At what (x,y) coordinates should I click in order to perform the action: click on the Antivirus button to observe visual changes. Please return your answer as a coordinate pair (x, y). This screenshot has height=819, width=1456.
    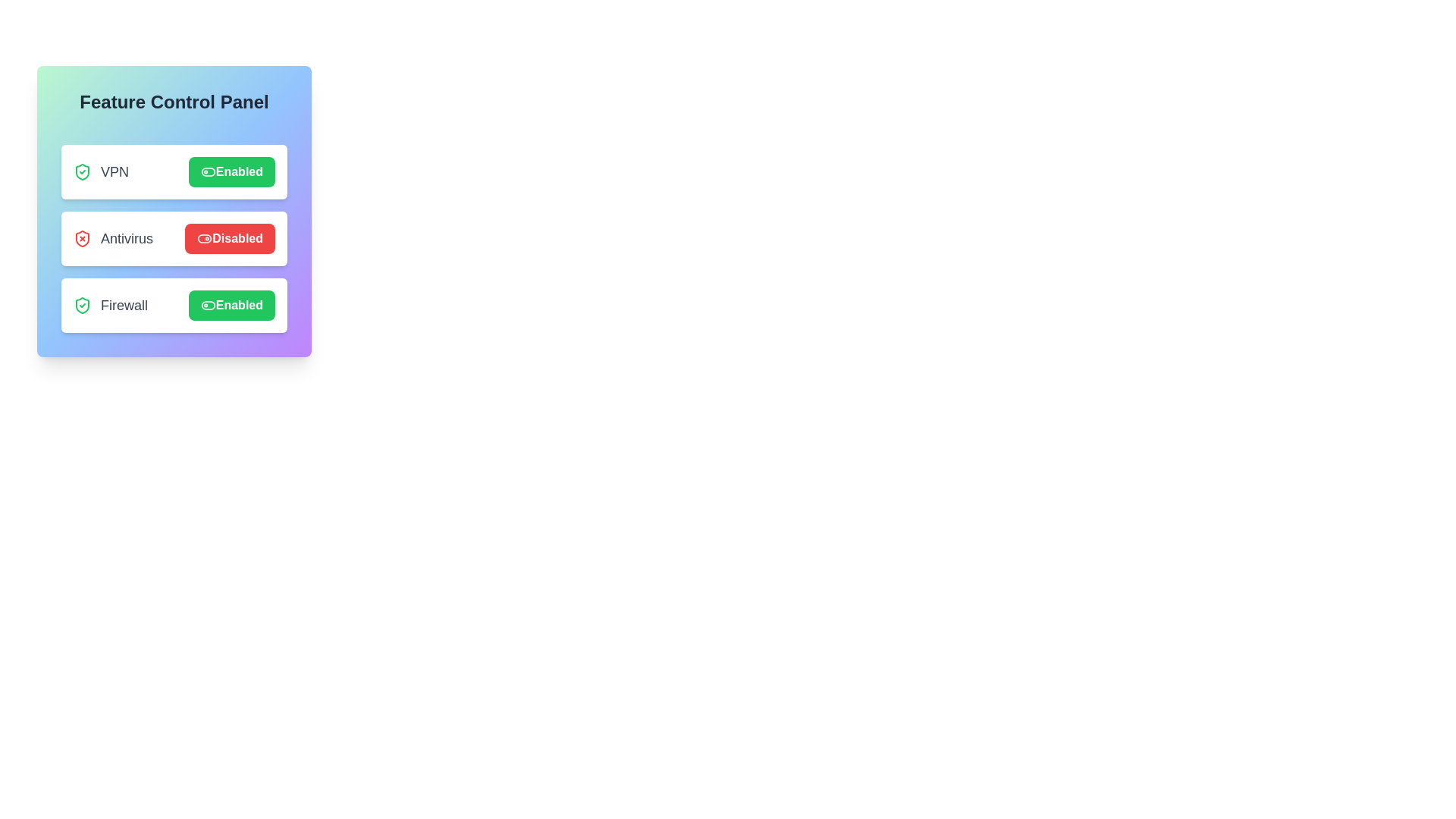
    Looking at the image, I should click on (229, 239).